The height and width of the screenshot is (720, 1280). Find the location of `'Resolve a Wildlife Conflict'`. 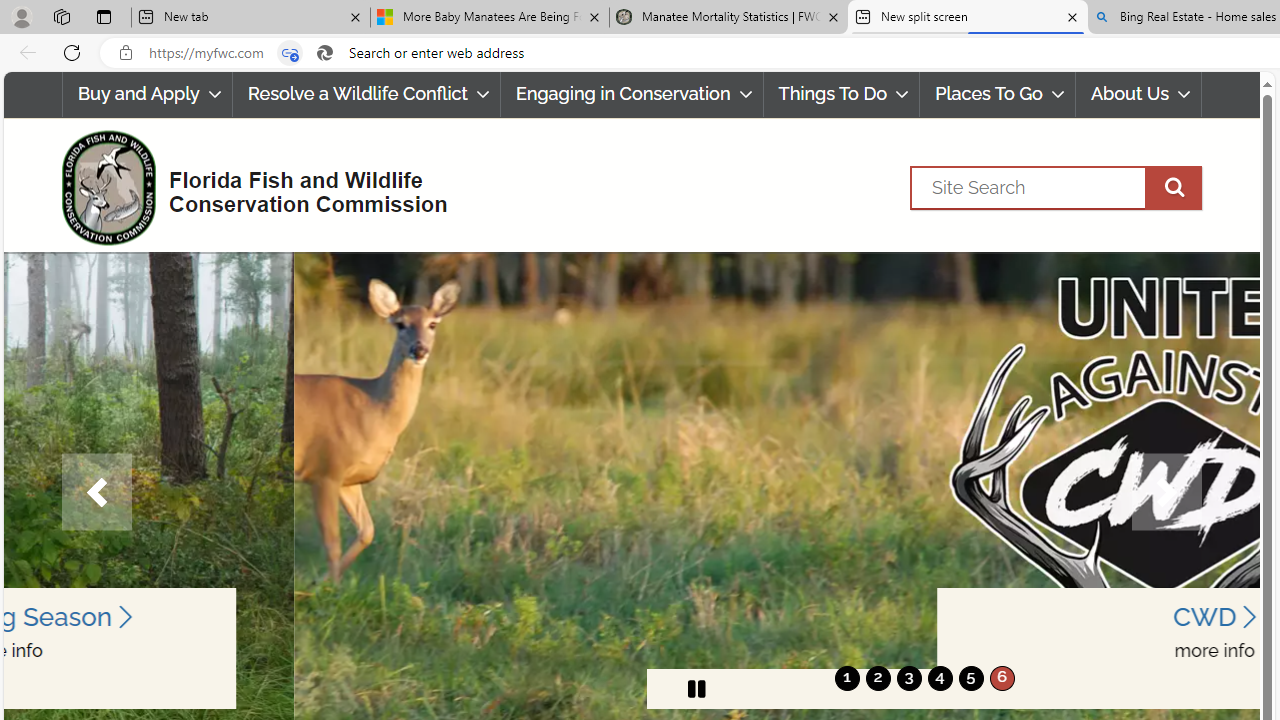

'Resolve a Wildlife Conflict' is located at coordinates (366, 94).